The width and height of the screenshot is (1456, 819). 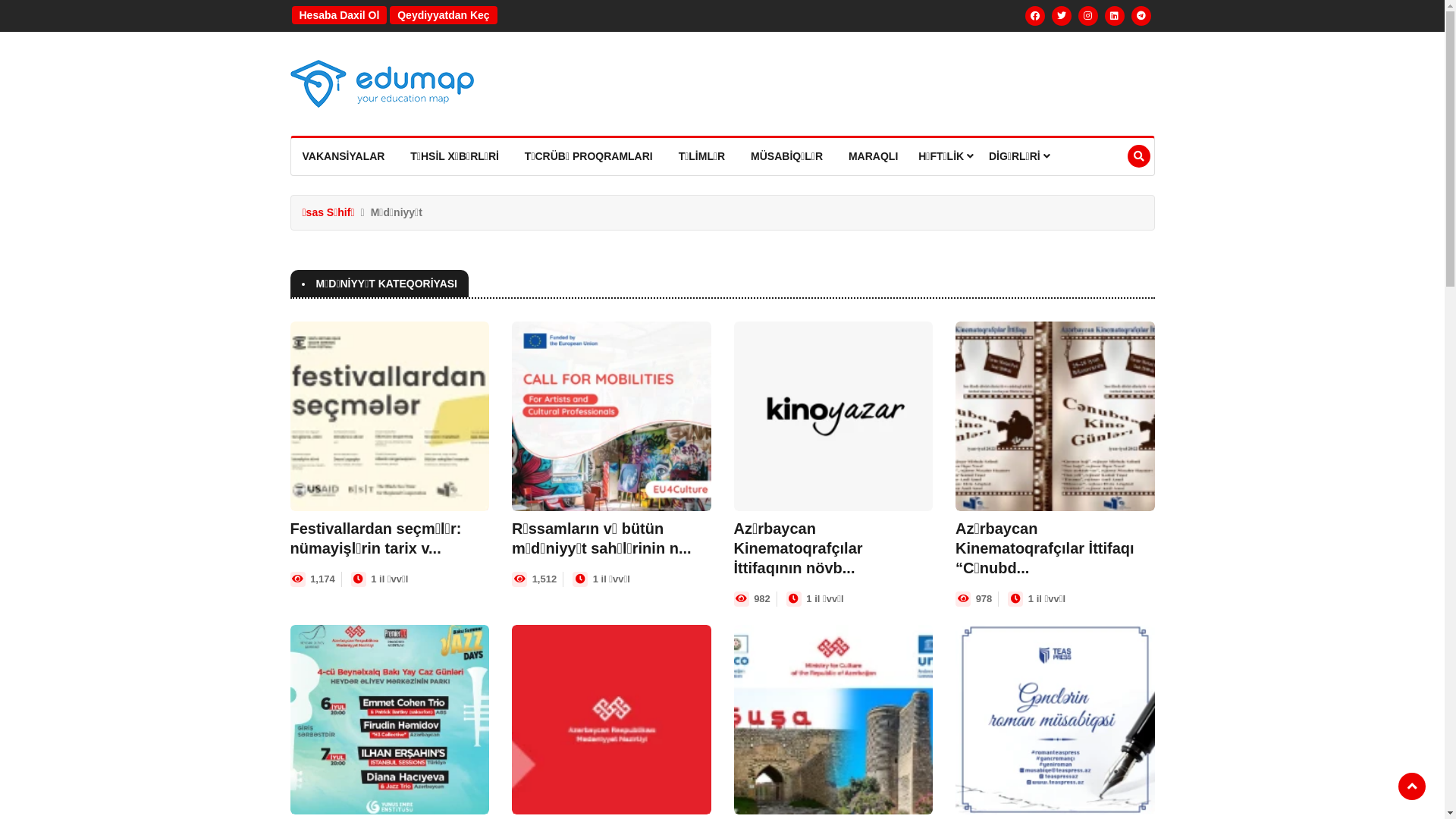 I want to click on 'Hesaba Daxil Ol', so click(x=337, y=14).